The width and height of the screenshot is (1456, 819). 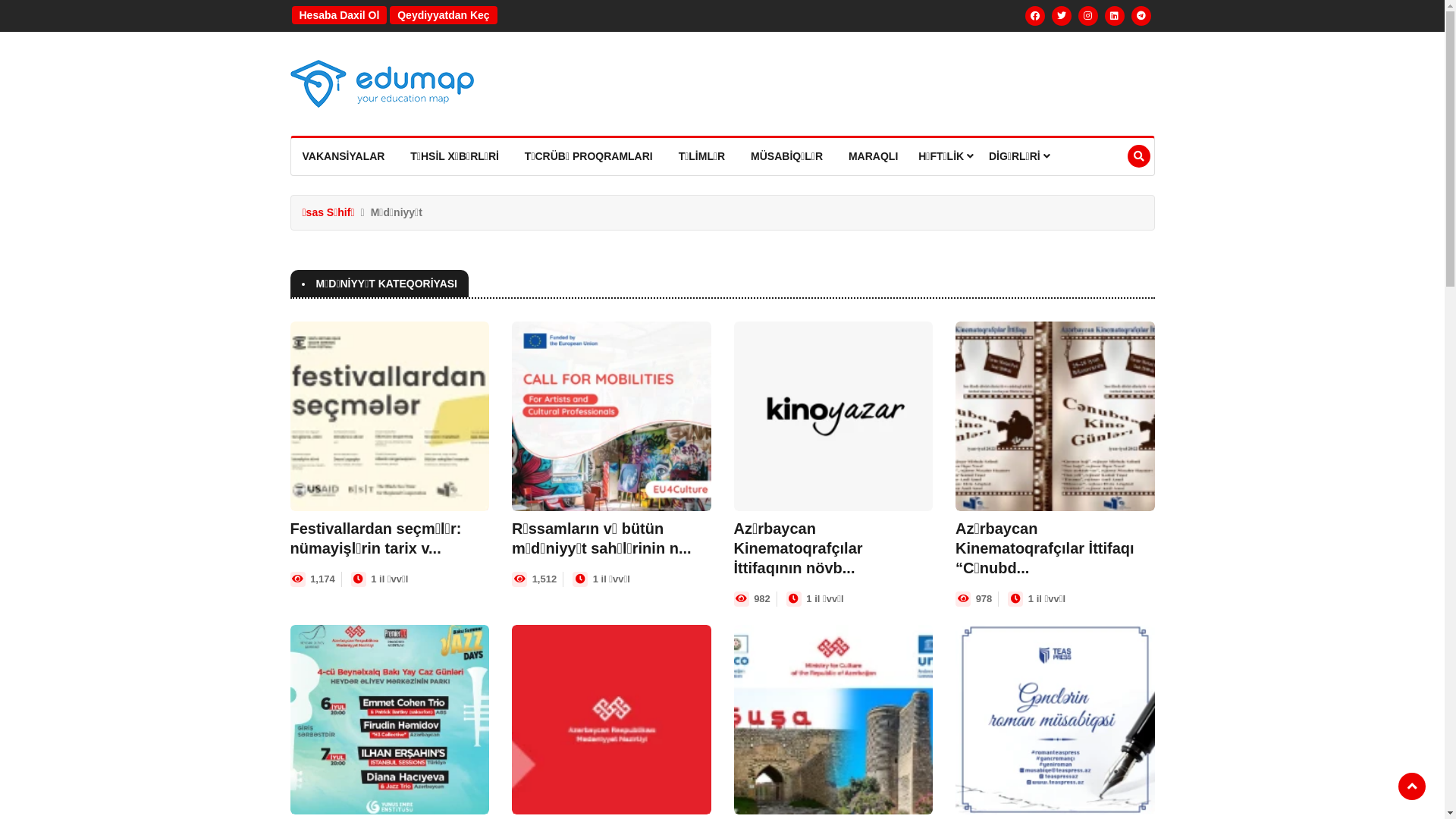 I want to click on 'Hesaba Daxil Ol', so click(x=337, y=14).